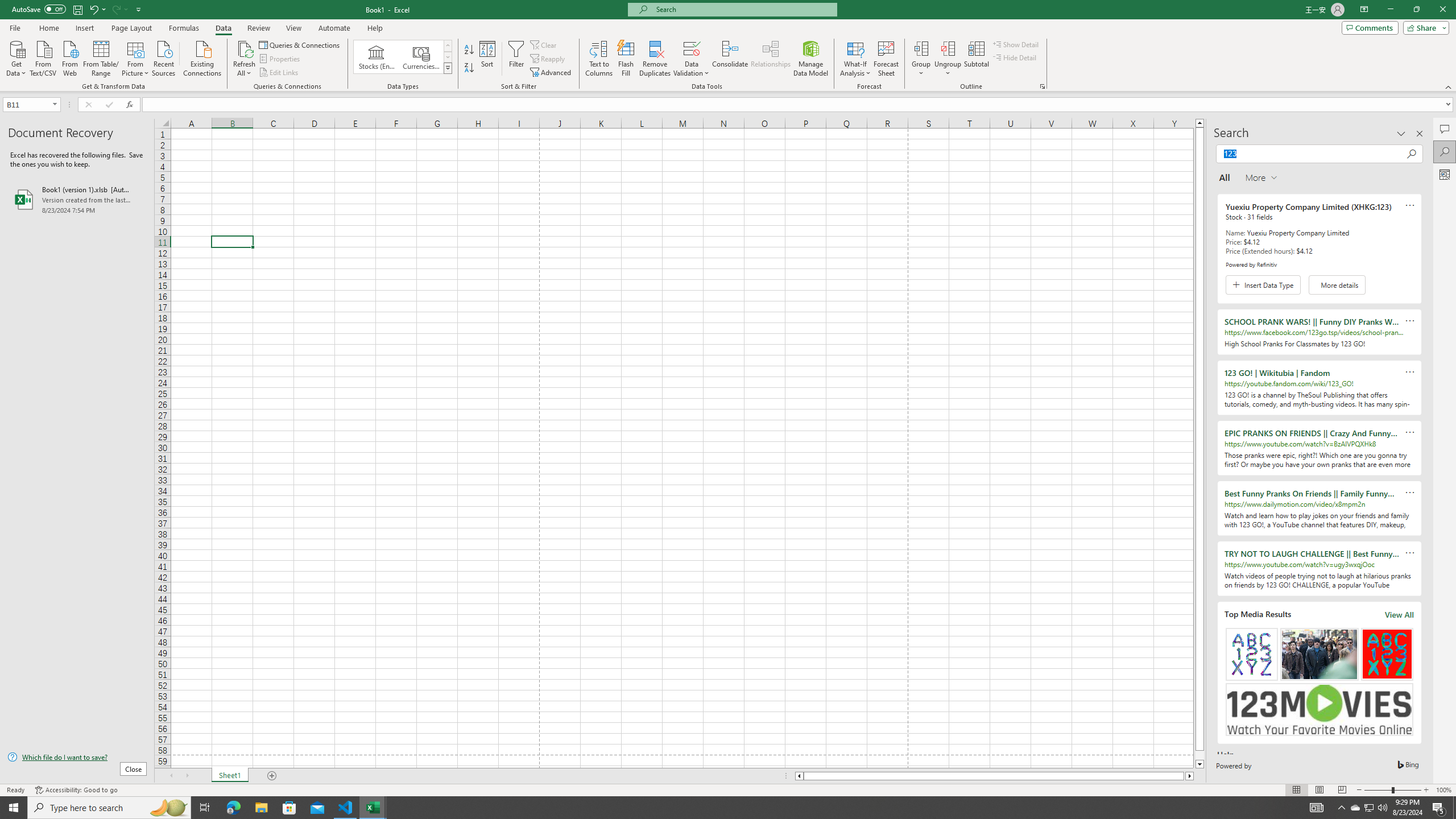 The height and width of the screenshot is (819, 1456). I want to click on 'From Web', so click(69, 57).